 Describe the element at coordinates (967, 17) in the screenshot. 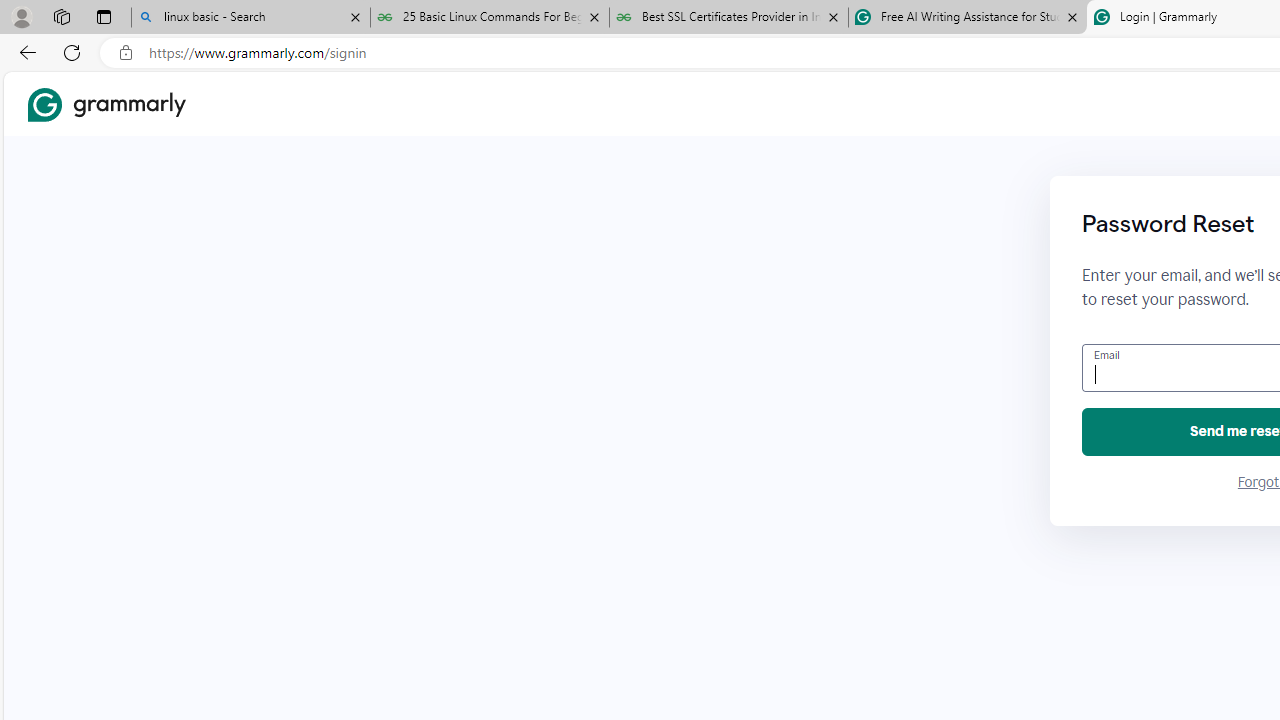

I see `'Free AI Writing Assistance for Students | Grammarly'` at that location.